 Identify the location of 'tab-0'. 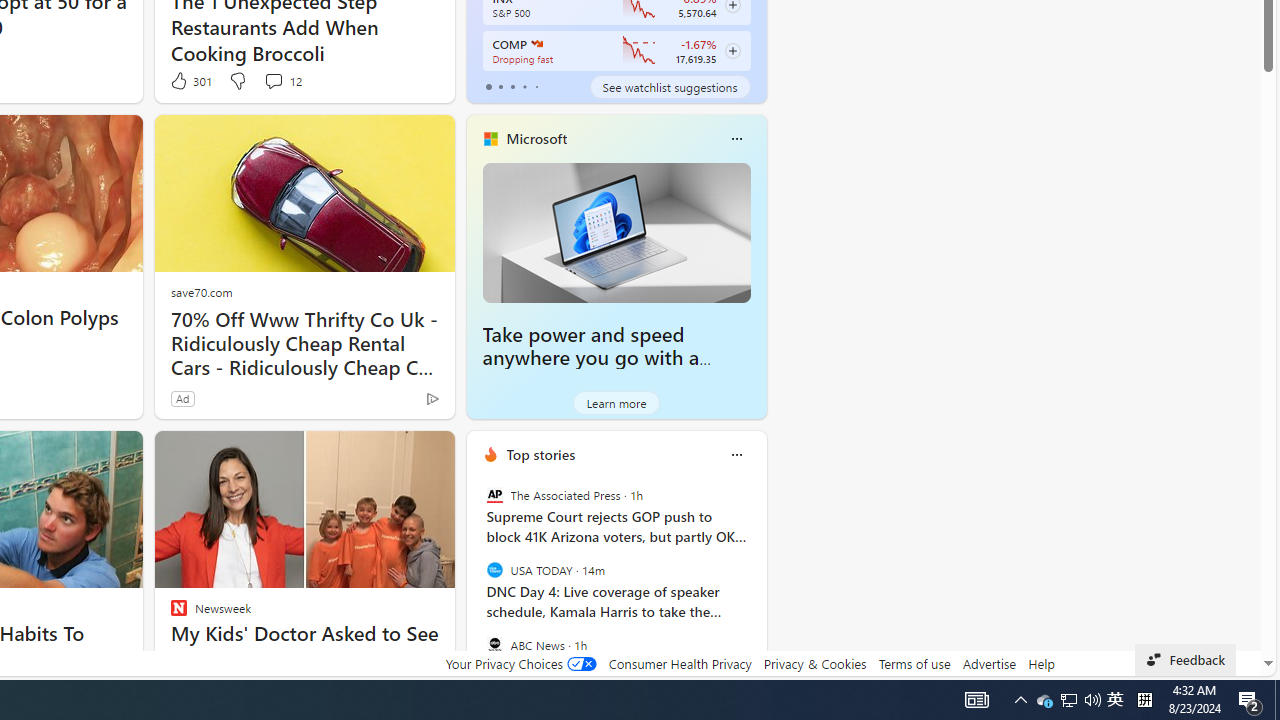
(488, 86).